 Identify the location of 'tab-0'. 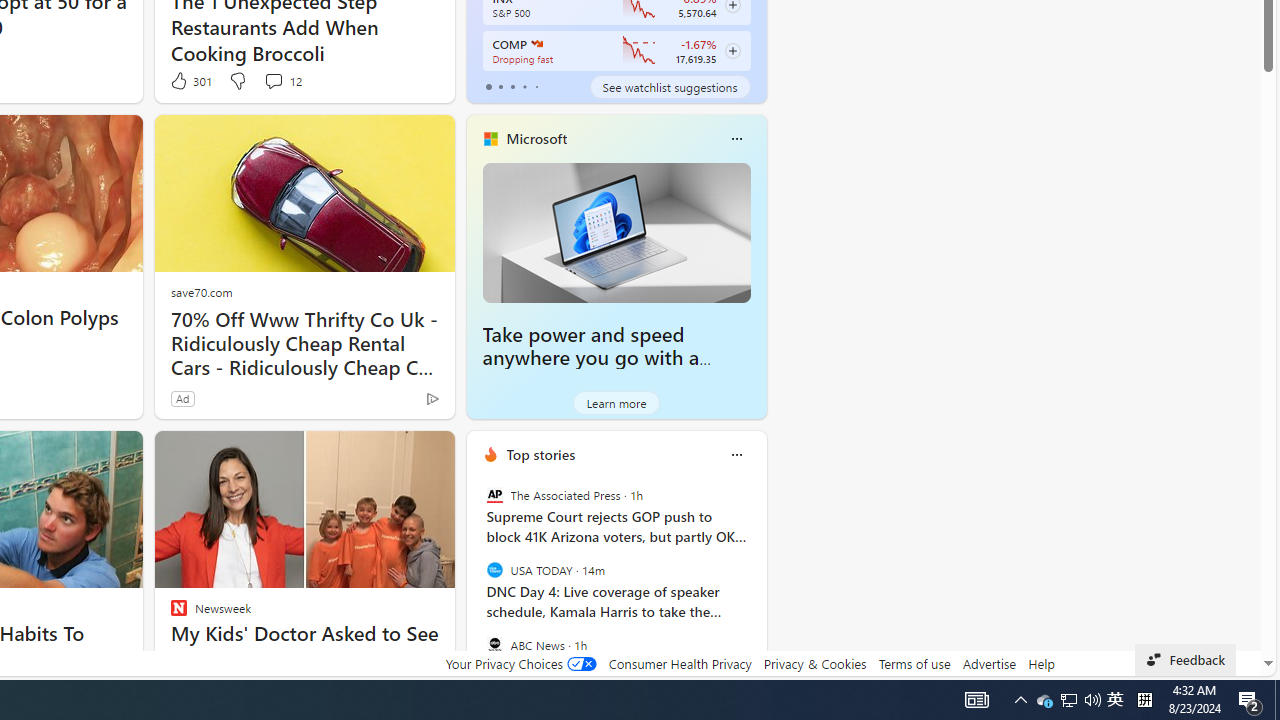
(488, 86).